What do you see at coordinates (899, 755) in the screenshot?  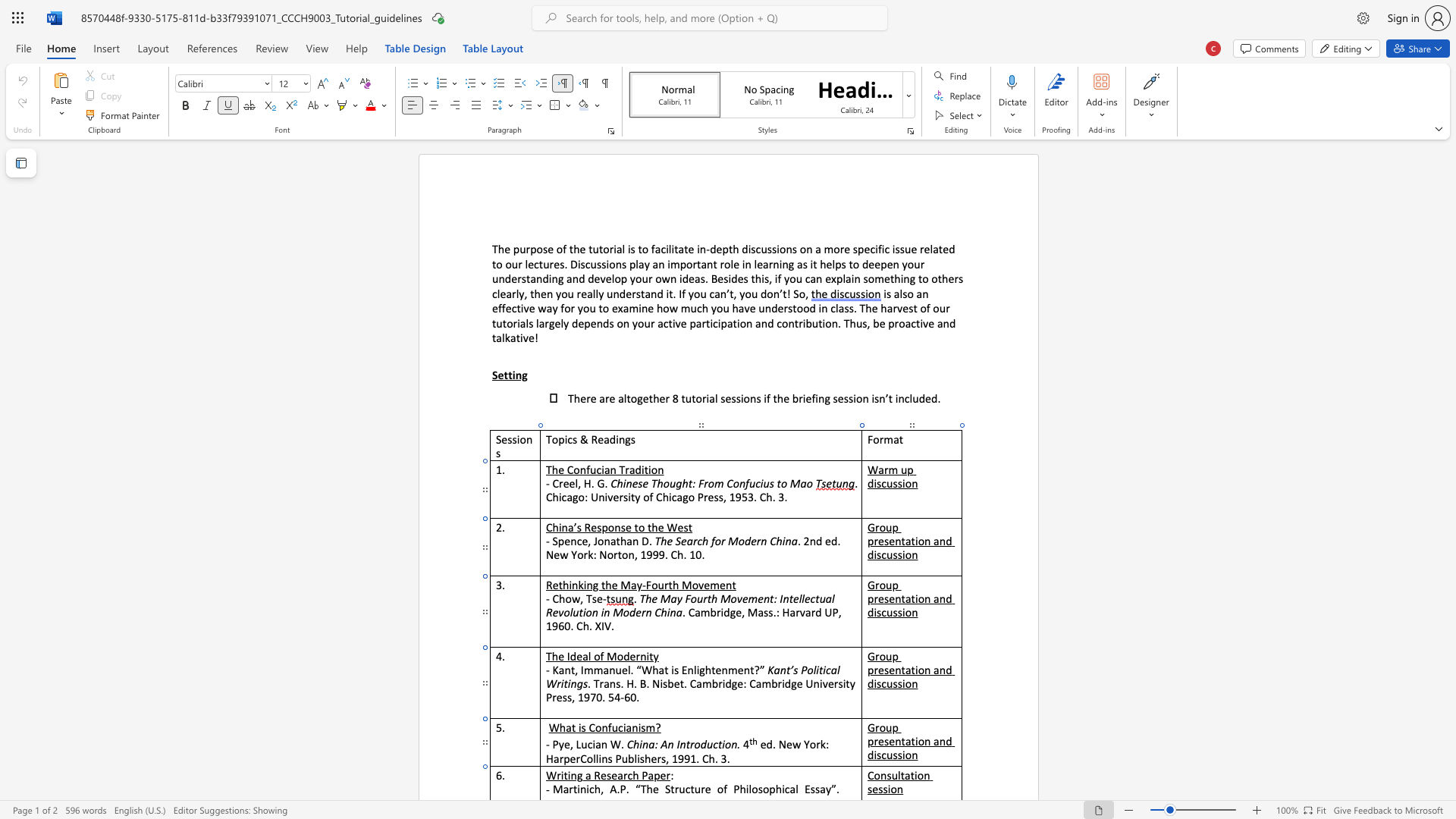 I see `the 4th character "s" in the text` at bounding box center [899, 755].